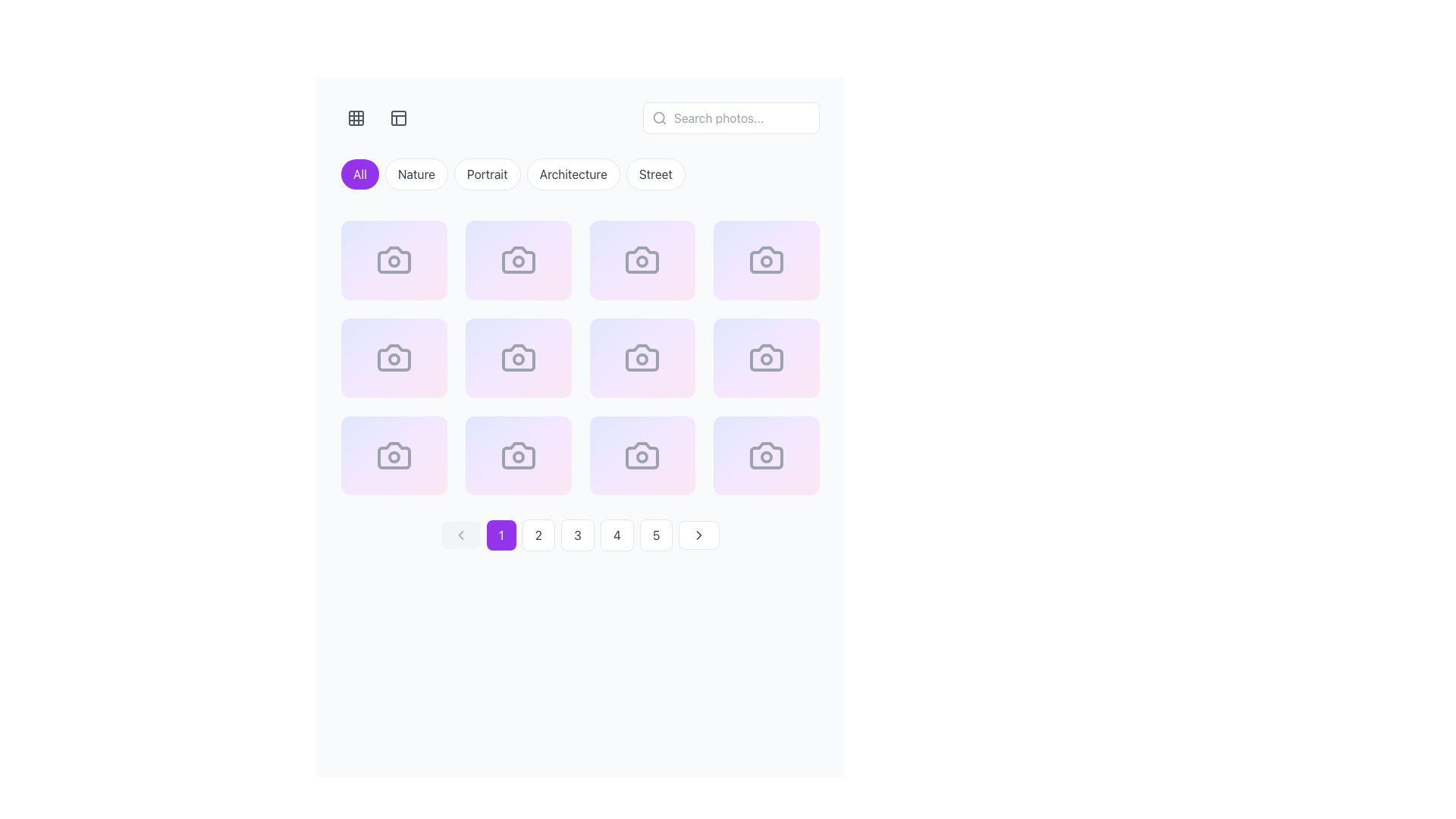 The image size is (1456, 819). What do you see at coordinates (435, 469) in the screenshot?
I see `the rightmost button in the horizontal row of three buttons, which is used to perform a 'view' or 'preview' action, to observe its hover visual effect` at bounding box center [435, 469].